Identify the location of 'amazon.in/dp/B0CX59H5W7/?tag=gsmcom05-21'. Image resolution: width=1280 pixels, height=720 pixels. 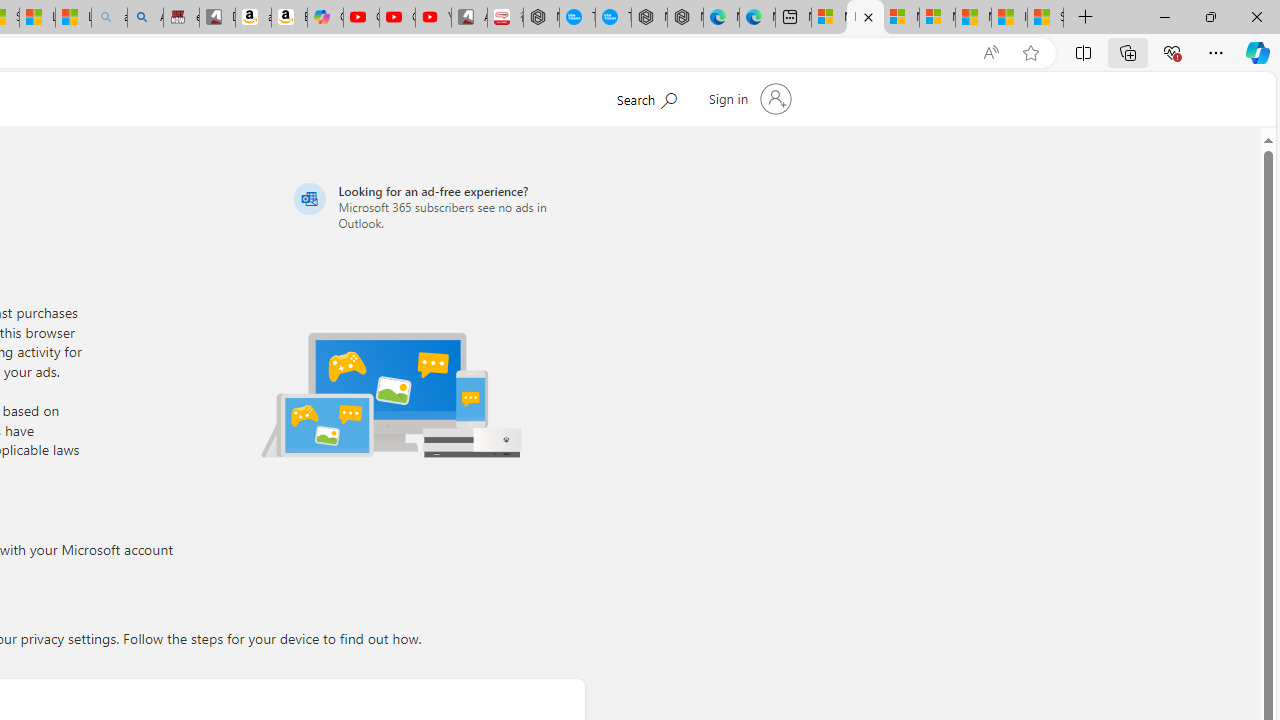
(252, 17).